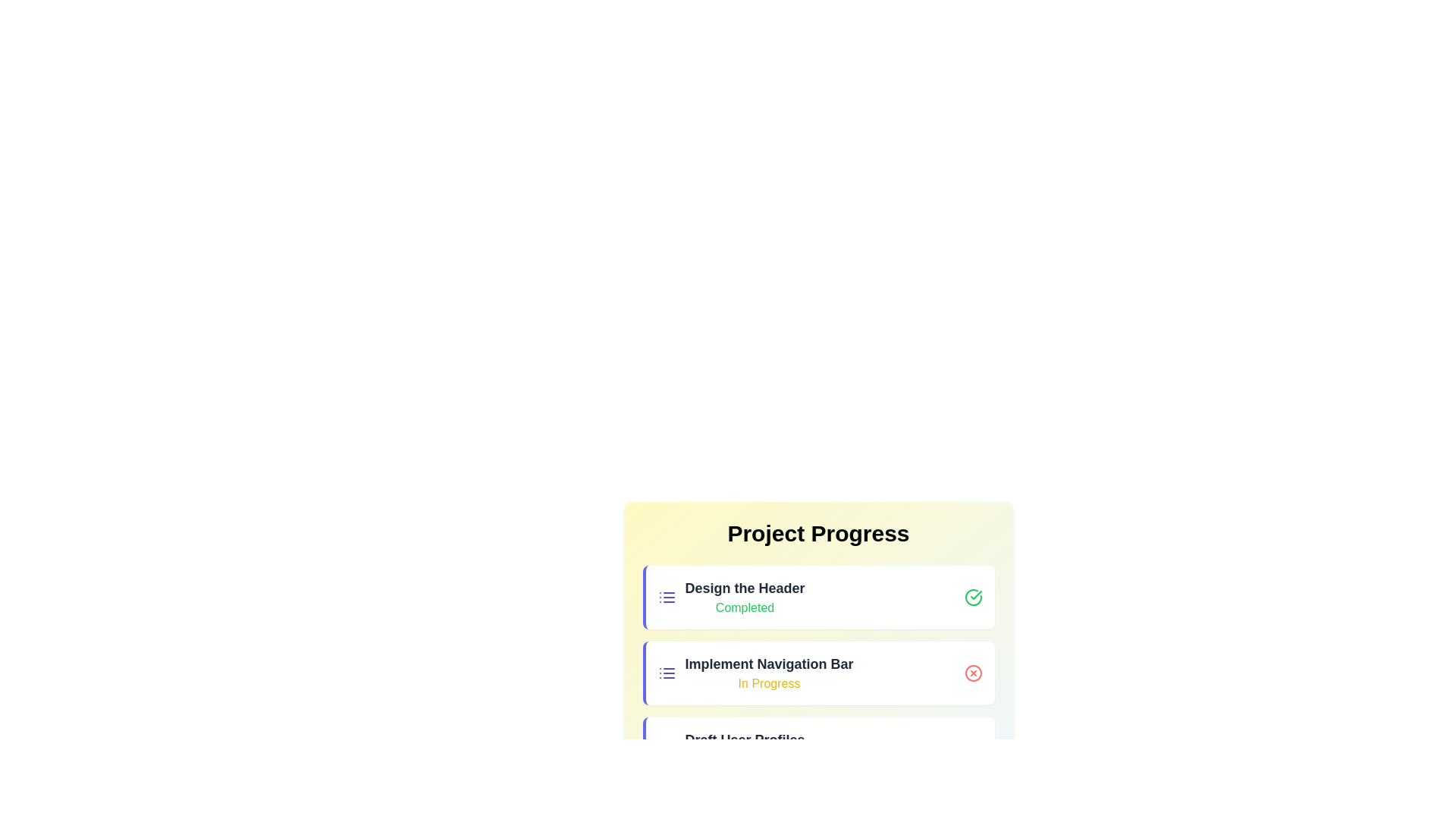 The width and height of the screenshot is (1456, 819). I want to click on the check icon for the task Design the Header, so click(973, 596).